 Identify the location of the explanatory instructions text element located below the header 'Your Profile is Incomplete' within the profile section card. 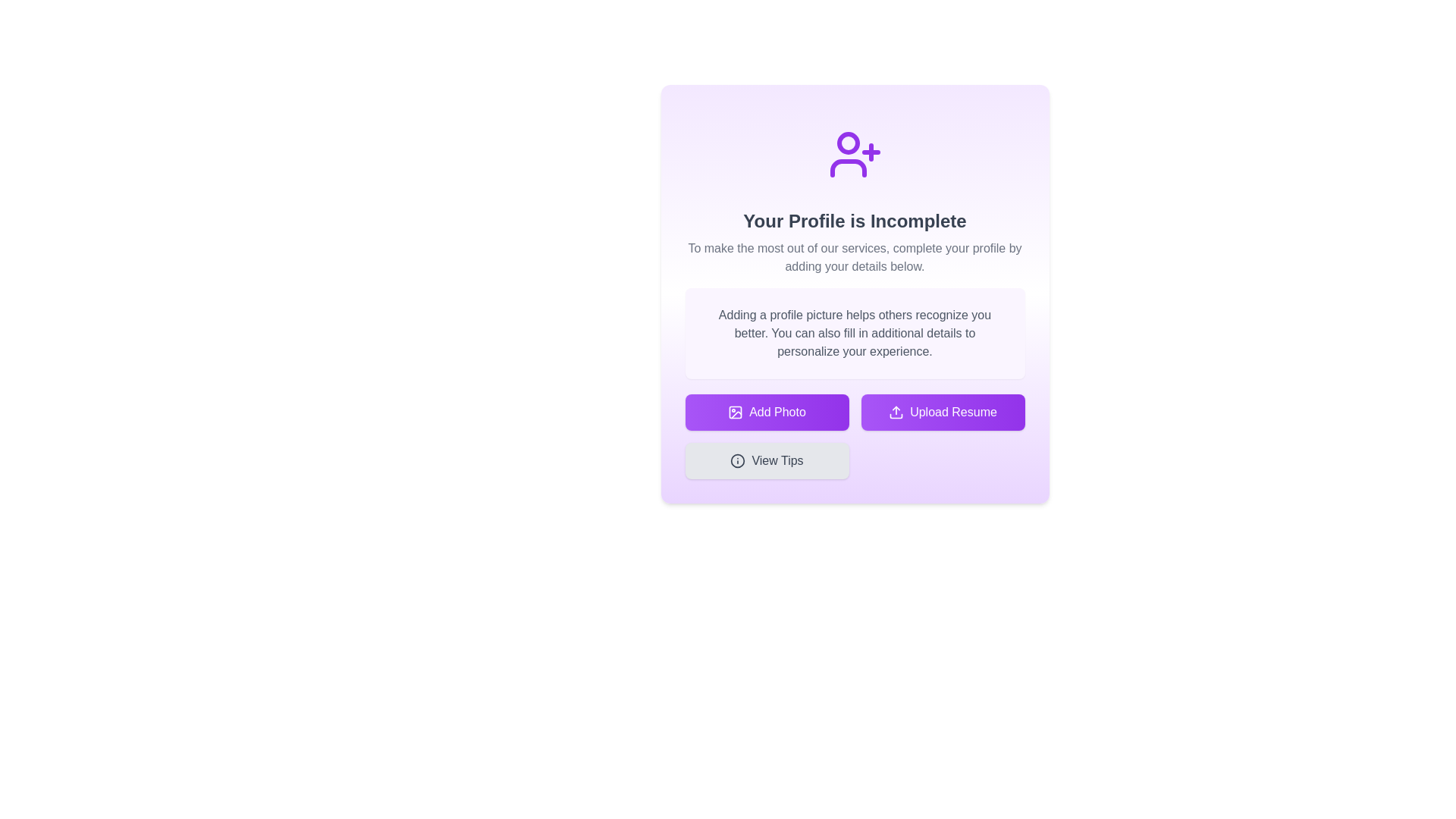
(855, 256).